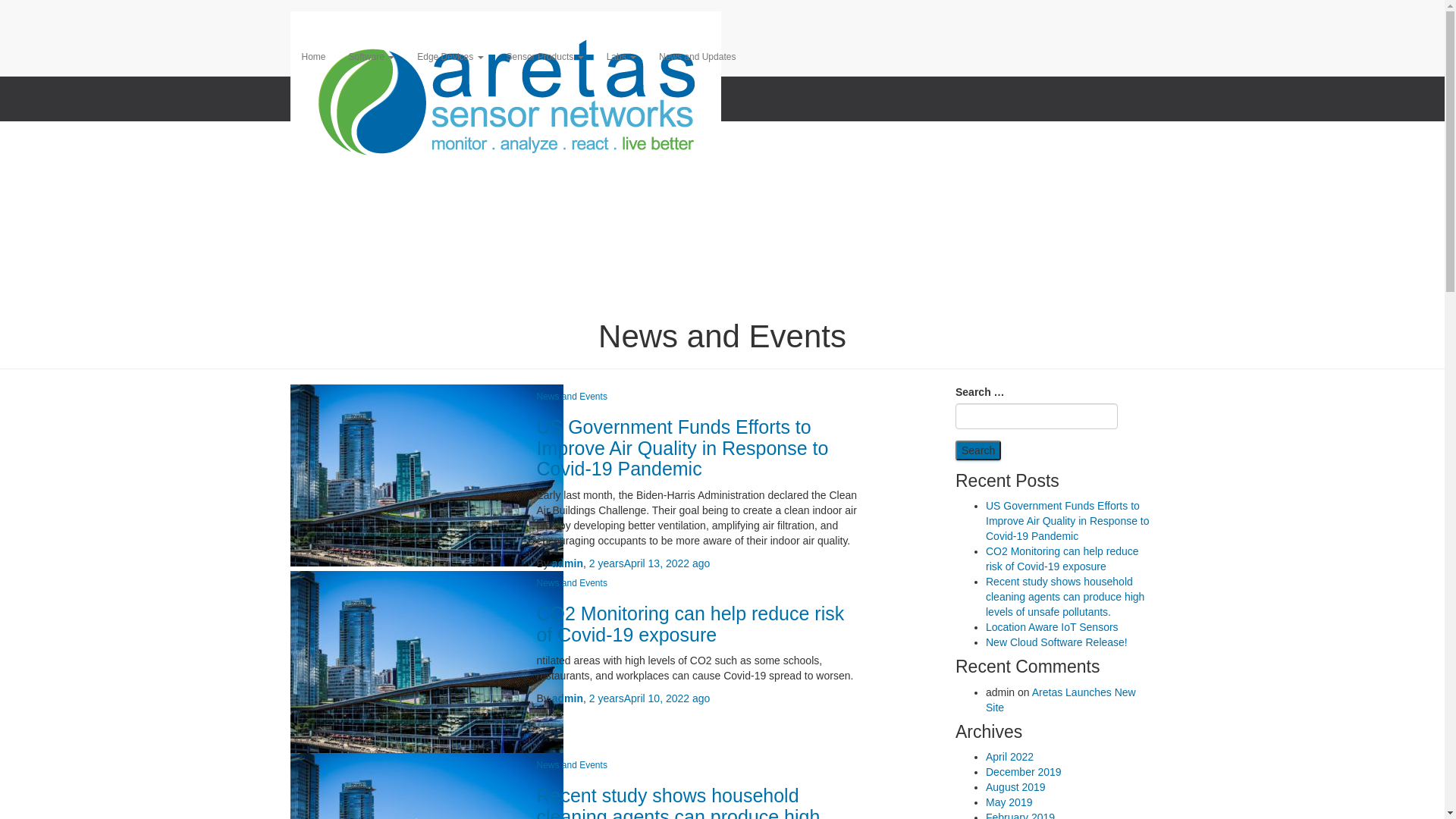 Image resolution: width=1456 pixels, height=819 pixels. Describe the element at coordinates (650, 698) in the screenshot. I see `'2 yearsApril 10, 2022 ago'` at that location.